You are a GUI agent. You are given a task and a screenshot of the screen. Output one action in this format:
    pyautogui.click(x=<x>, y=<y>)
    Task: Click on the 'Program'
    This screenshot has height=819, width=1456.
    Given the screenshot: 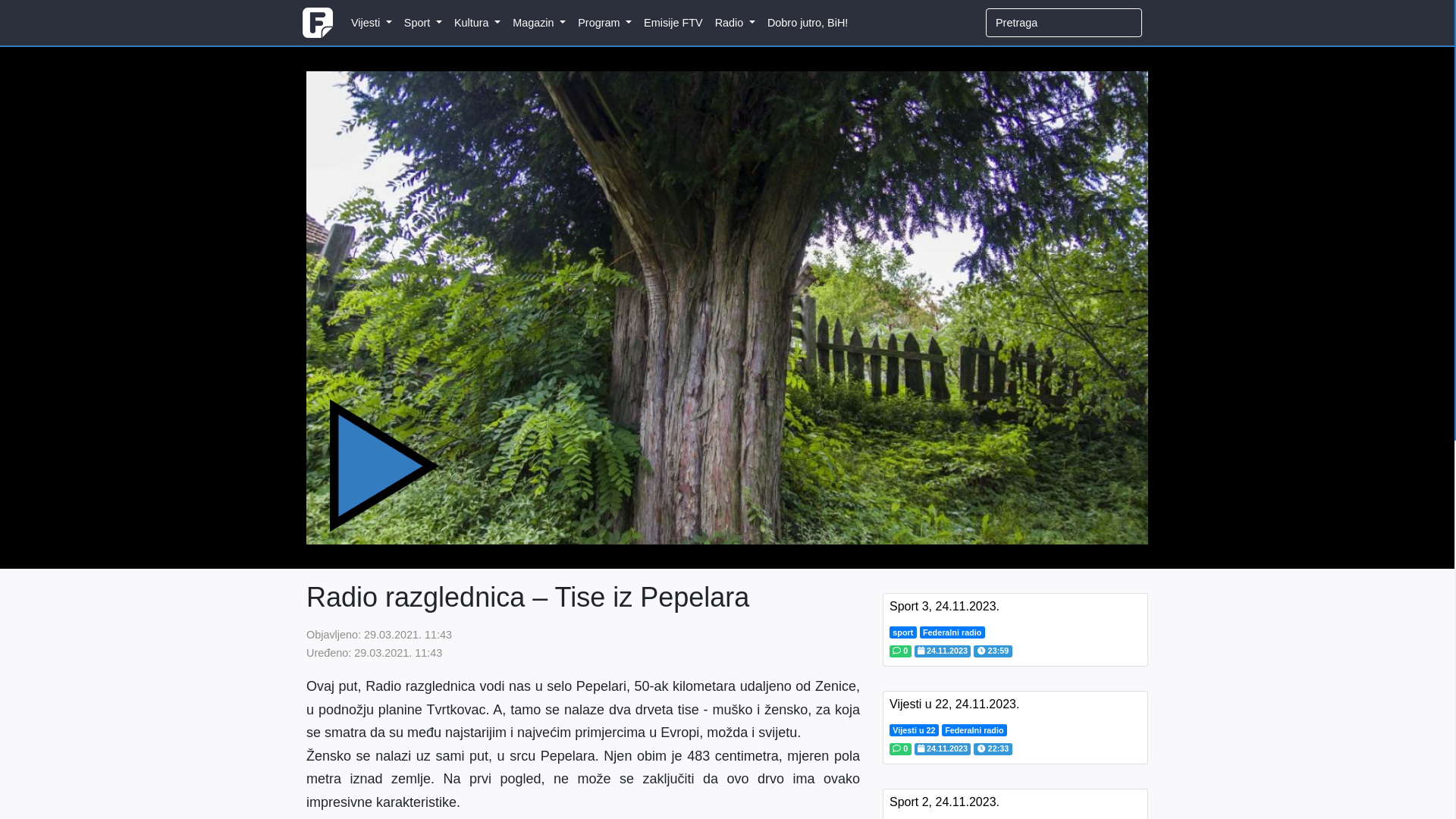 What is the action you would take?
    pyautogui.click(x=604, y=23)
    